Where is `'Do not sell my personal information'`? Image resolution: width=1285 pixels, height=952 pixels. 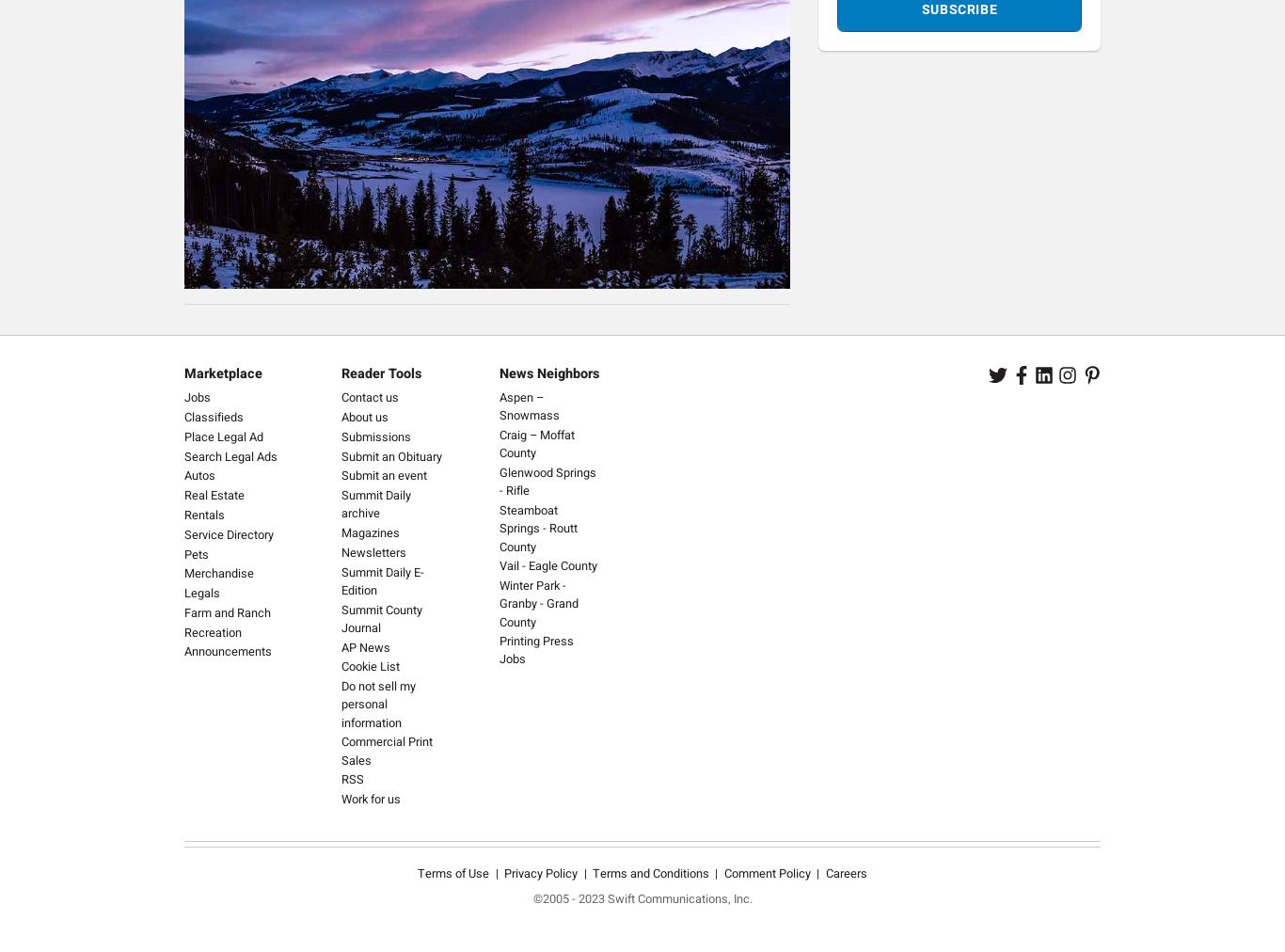 'Do not sell my personal information' is located at coordinates (377, 704).